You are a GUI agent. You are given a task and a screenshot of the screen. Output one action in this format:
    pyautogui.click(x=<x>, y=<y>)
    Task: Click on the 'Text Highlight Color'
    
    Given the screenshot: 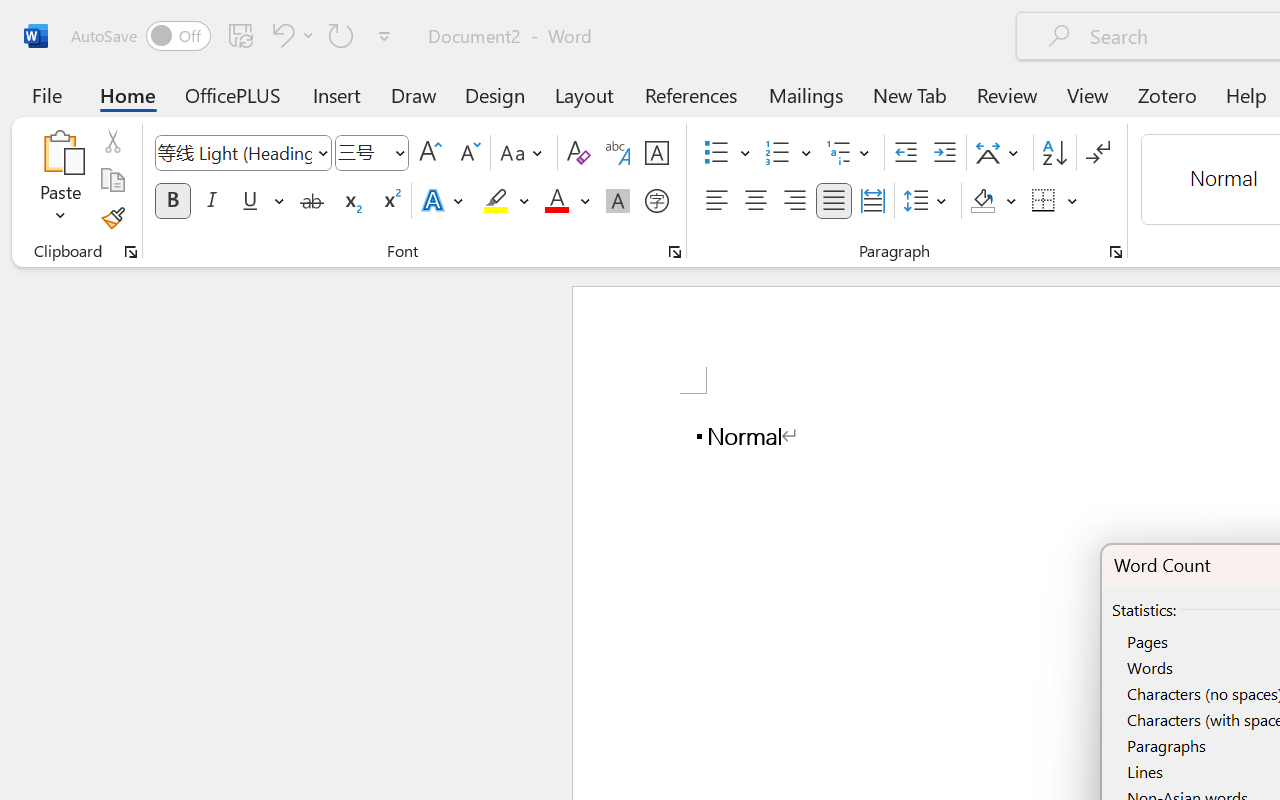 What is the action you would take?
    pyautogui.click(x=506, y=201)
    